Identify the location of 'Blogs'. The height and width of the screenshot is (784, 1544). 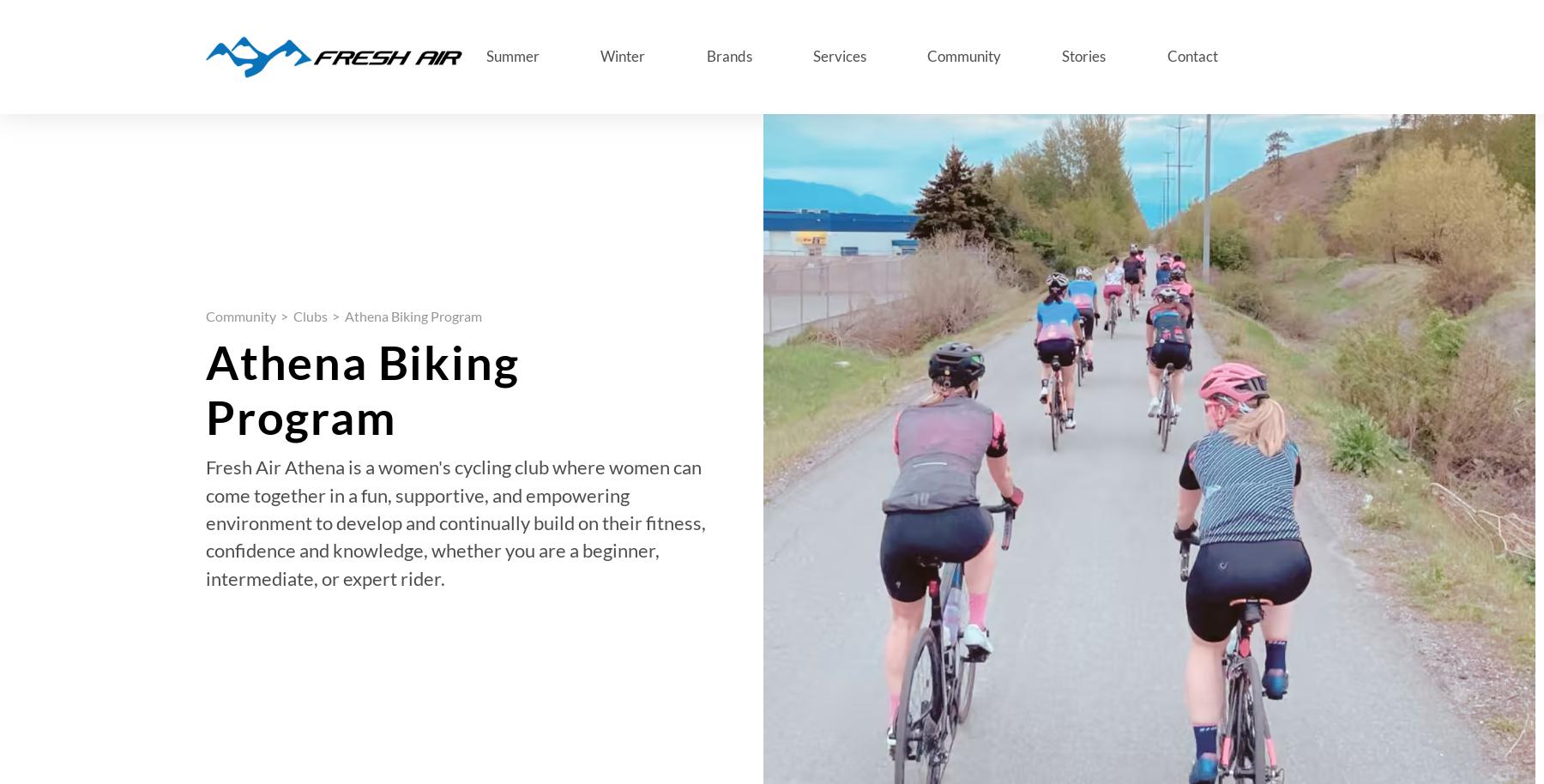
(987, 652).